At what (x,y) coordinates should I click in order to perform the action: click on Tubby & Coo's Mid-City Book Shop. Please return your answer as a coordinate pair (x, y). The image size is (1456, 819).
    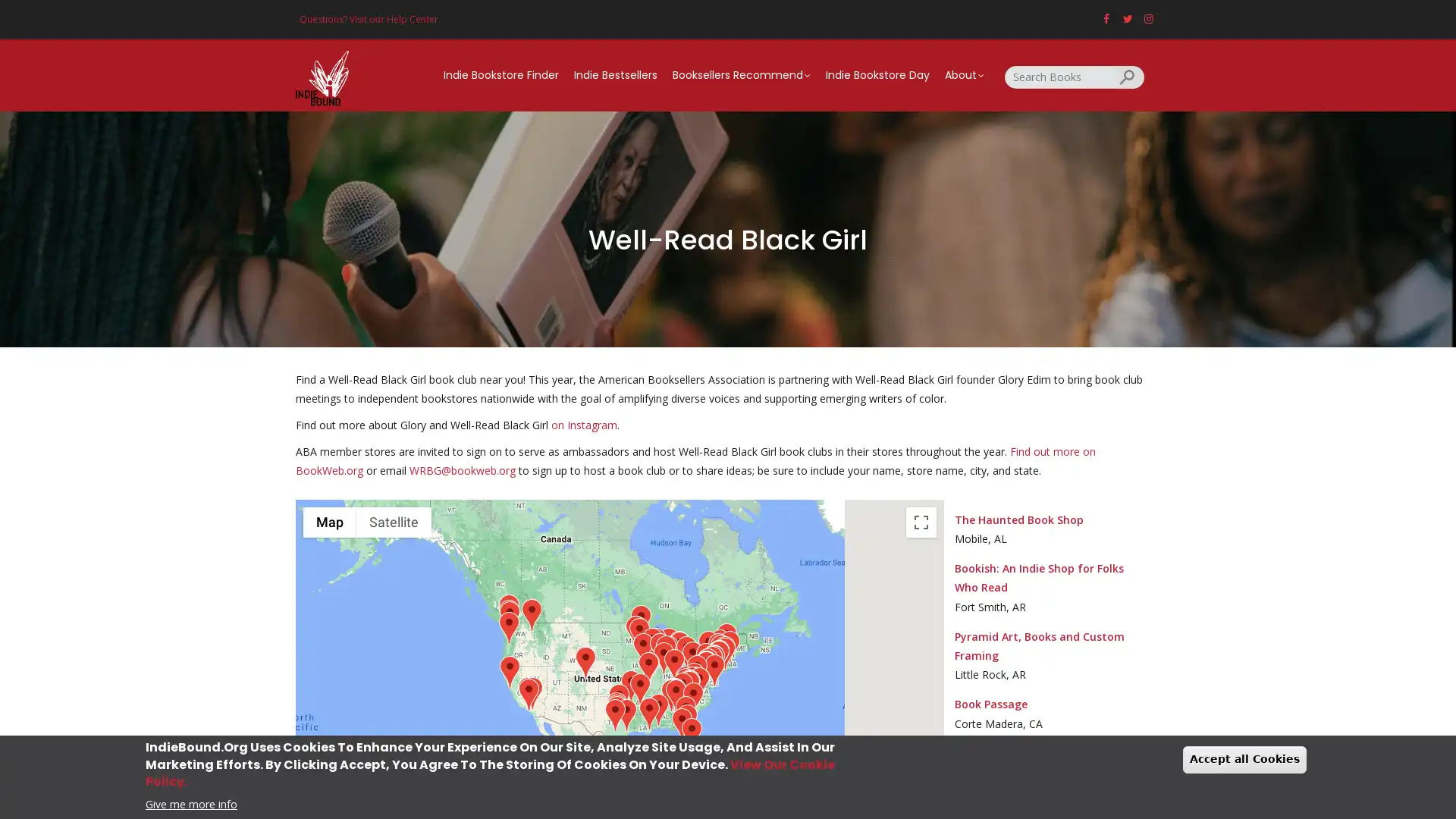
    Looking at the image, I should click on (648, 713).